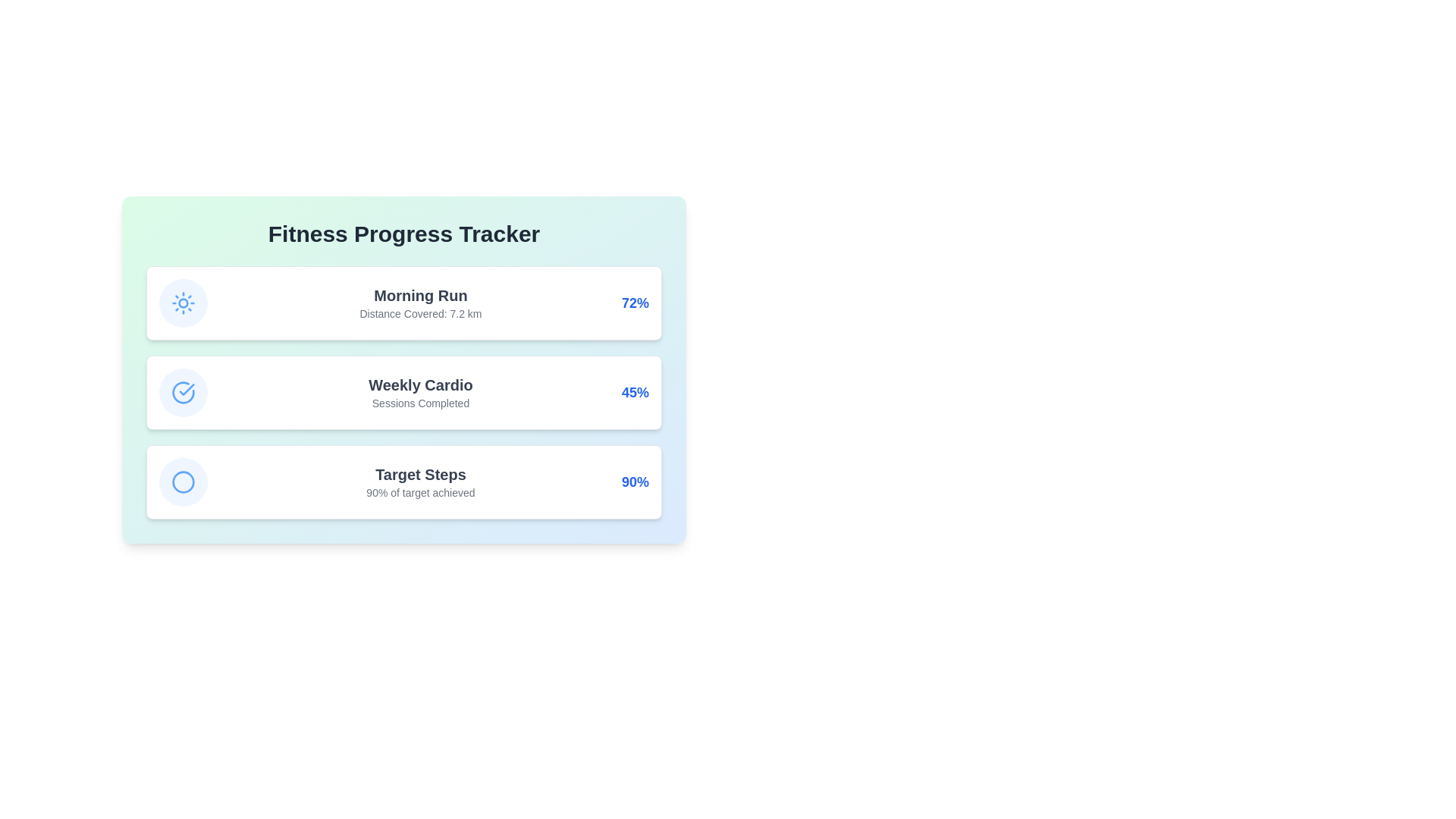 The height and width of the screenshot is (819, 1456). Describe the element at coordinates (421, 303) in the screenshot. I see `the header displaying 'Morning Run' with the description 'Distance Covered: 7.2 km.' which is centrally aligned within its card layout, located to the right of a sun icon` at that location.